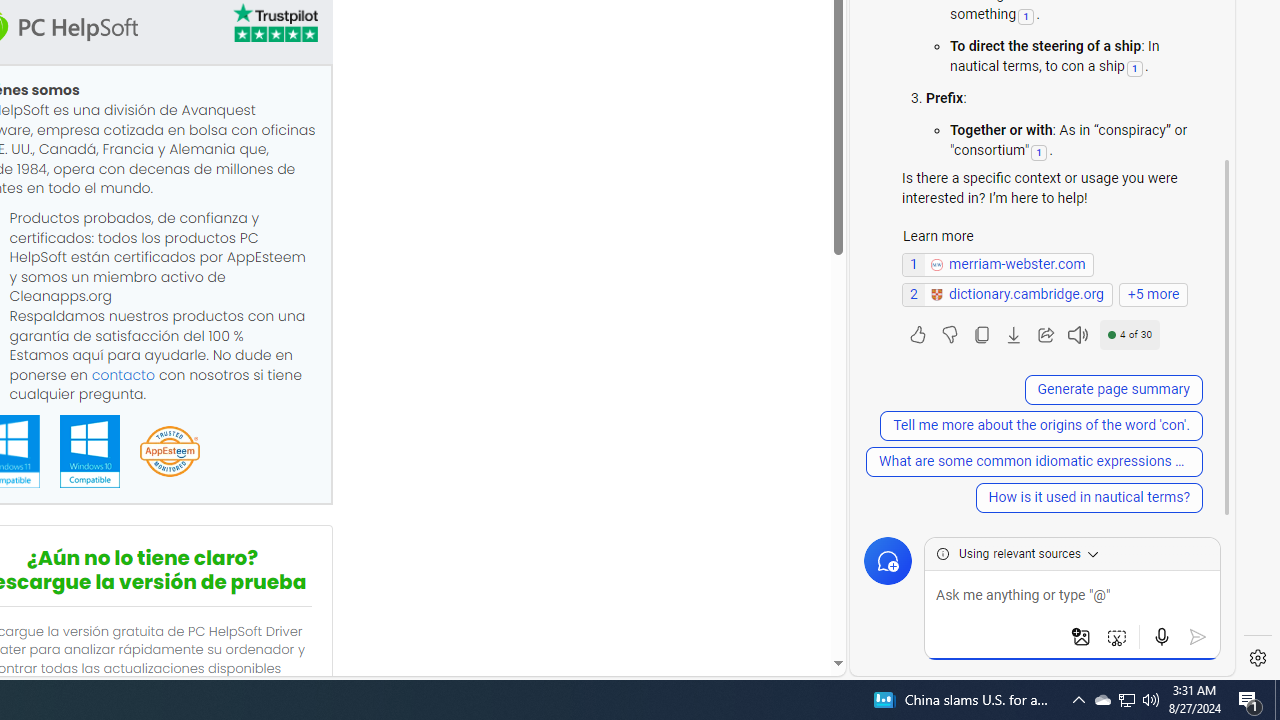 The image size is (1280, 720). Describe the element at coordinates (122, 374) in the screenshot. I see `'contacto'` at that location.